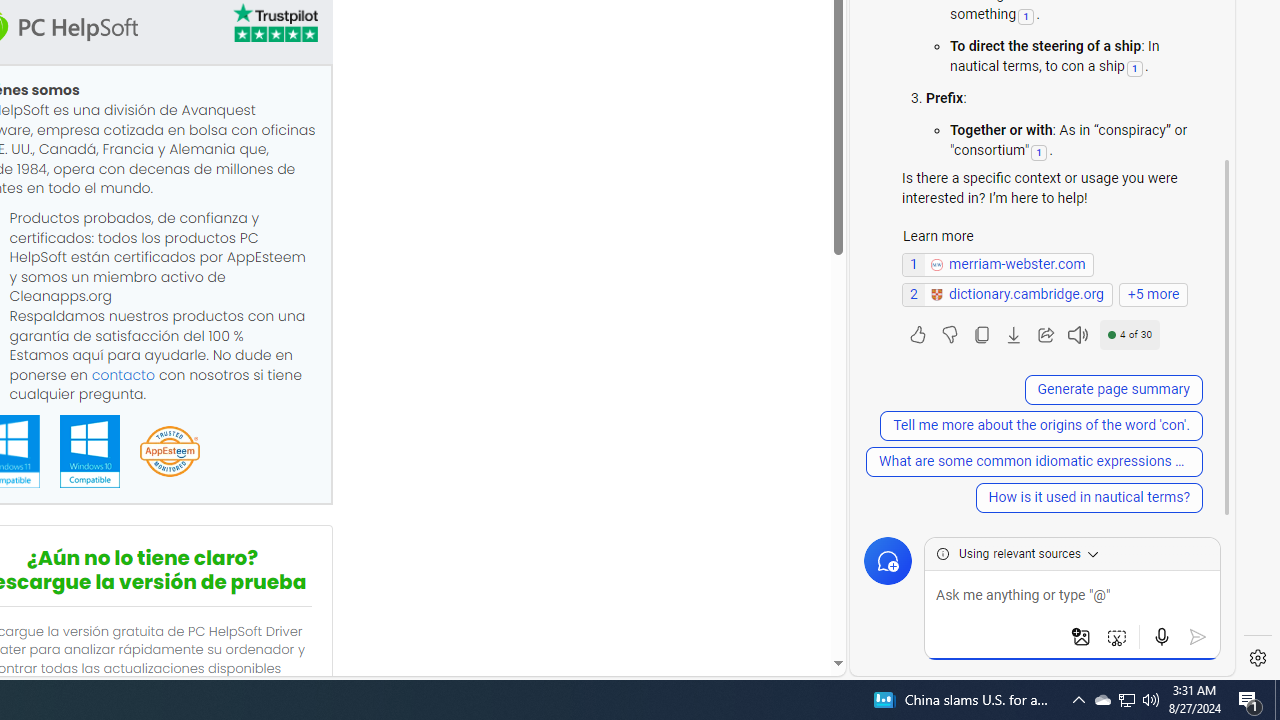 The image size is (1280, 720). Describe the element at coordinates (122, 374) in the screenshot. I see `'contacto'` at that location.